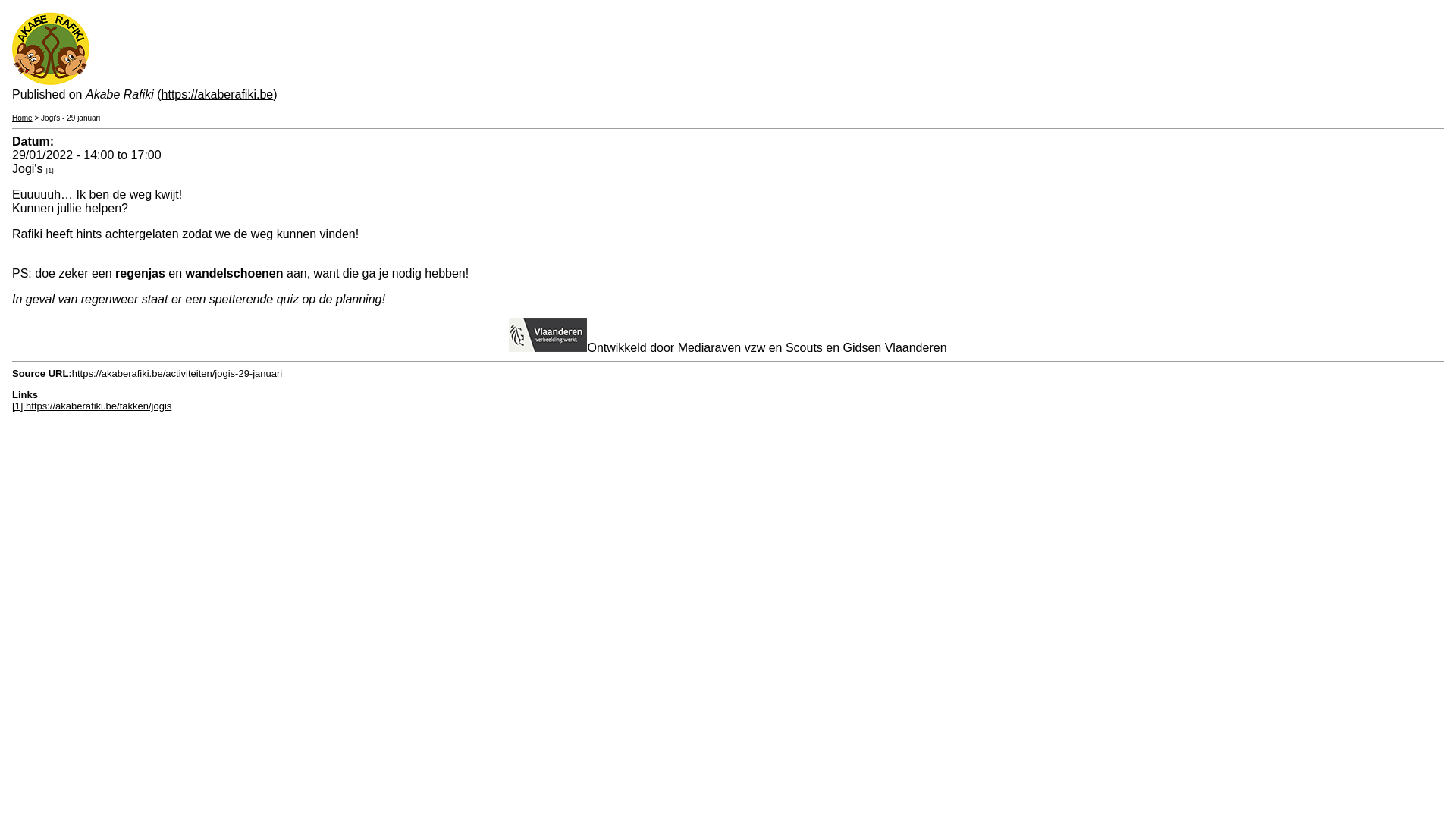  Describe the element at coordinates (11, 117) in the screenshot. I see `'Home'` at that location.